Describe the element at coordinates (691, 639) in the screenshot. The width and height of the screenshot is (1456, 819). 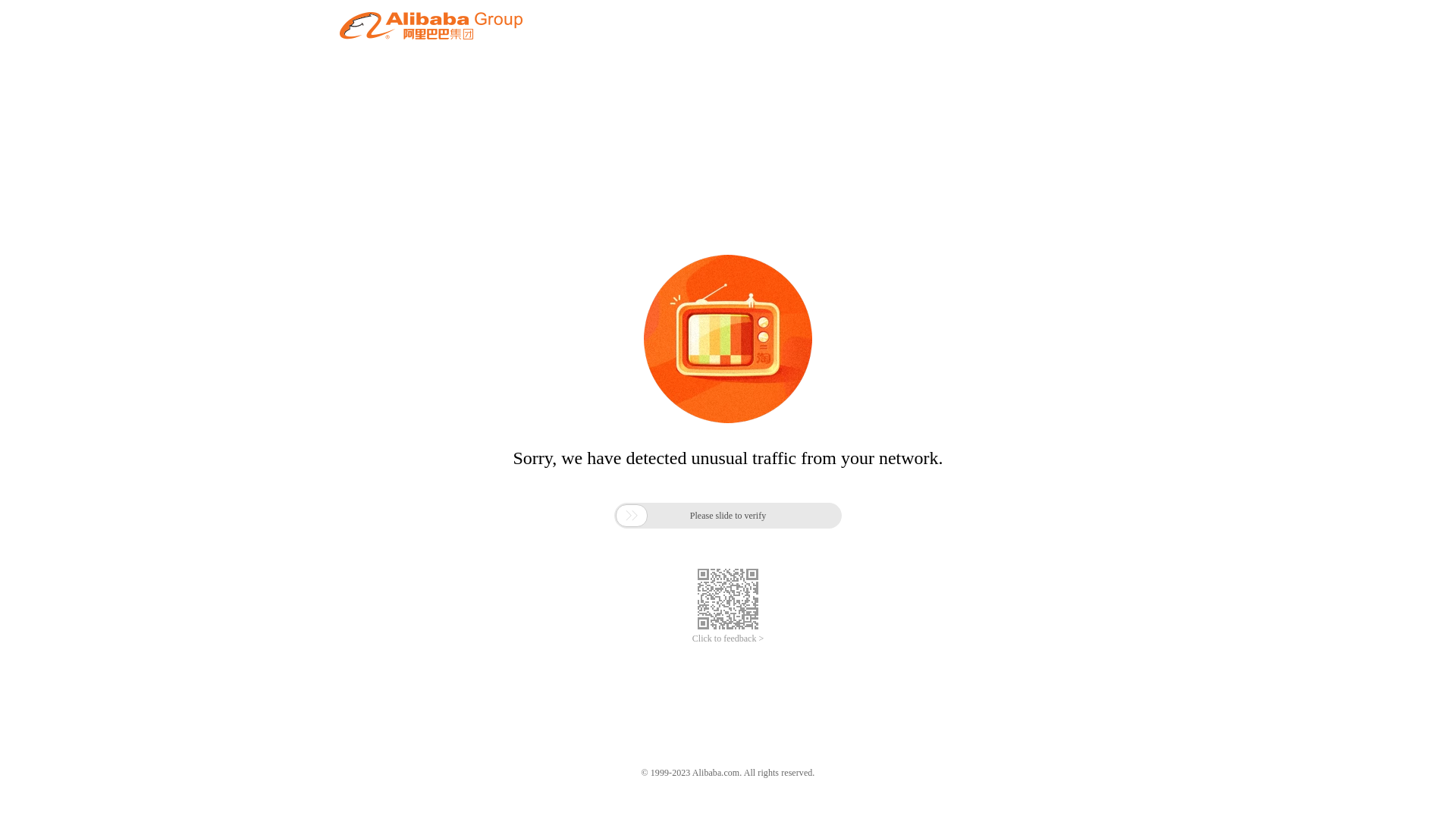
I see `'Click to feedback >'` at that location.